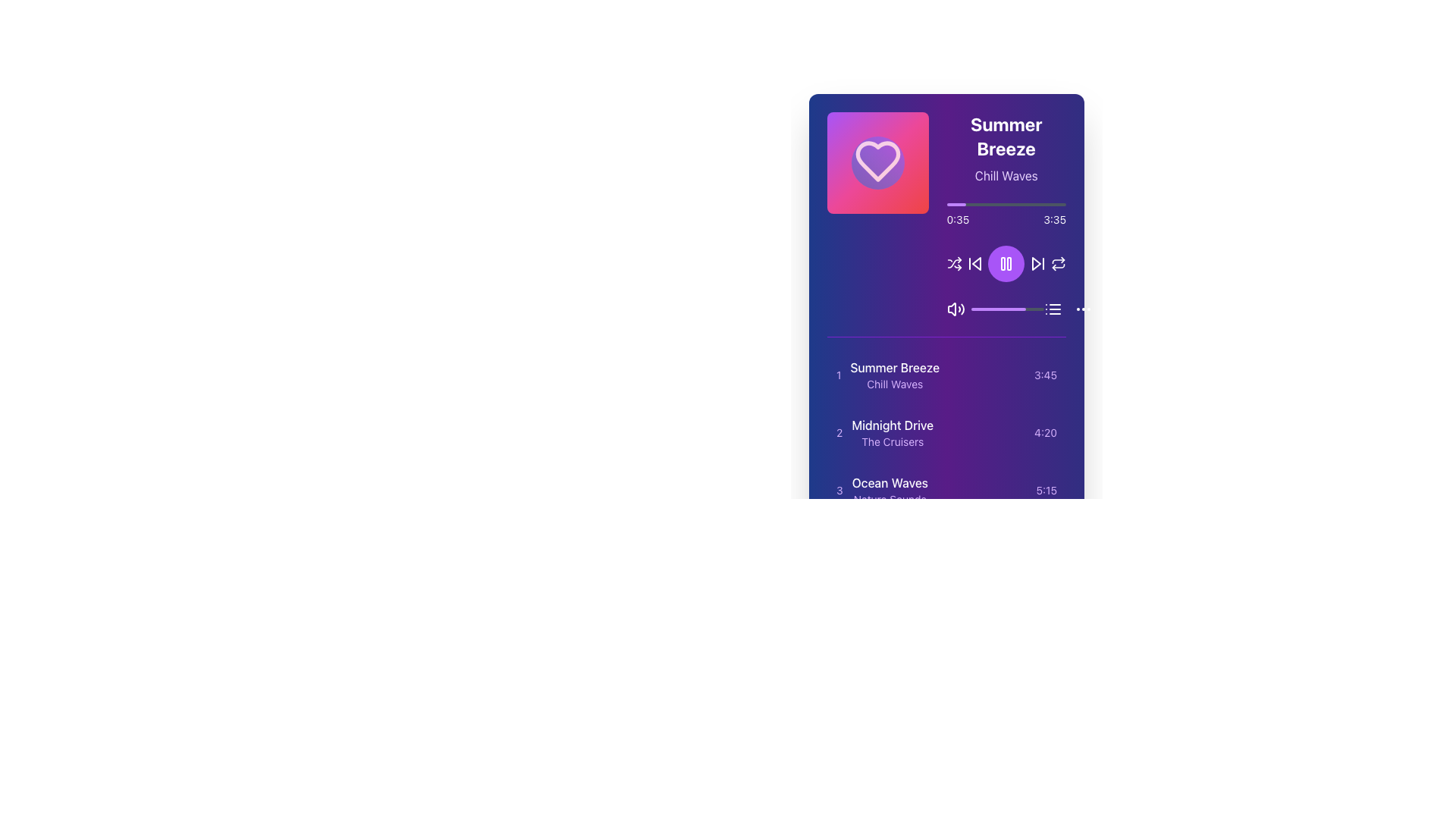  What do you see at coordinates (946, 375) in the screenshot?
I see `to select the first item in the playlist labeled 'Summer Breeze' with the duration '3:45'` at bounding box center [946, 375].